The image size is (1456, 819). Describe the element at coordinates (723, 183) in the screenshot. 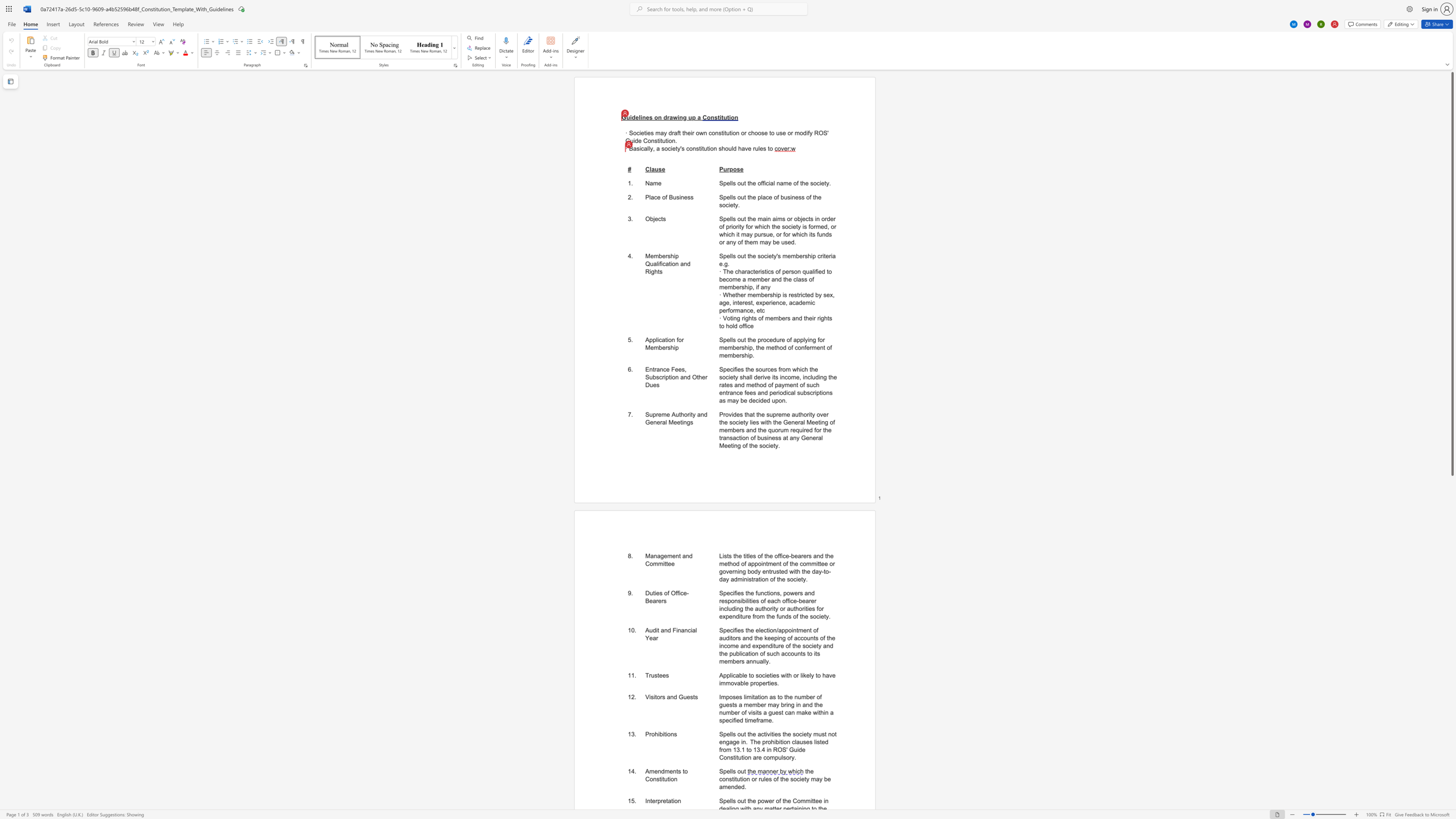

I see `the subset text "pells out the official n" within the text "Spells out the official name of the society."` at that location.